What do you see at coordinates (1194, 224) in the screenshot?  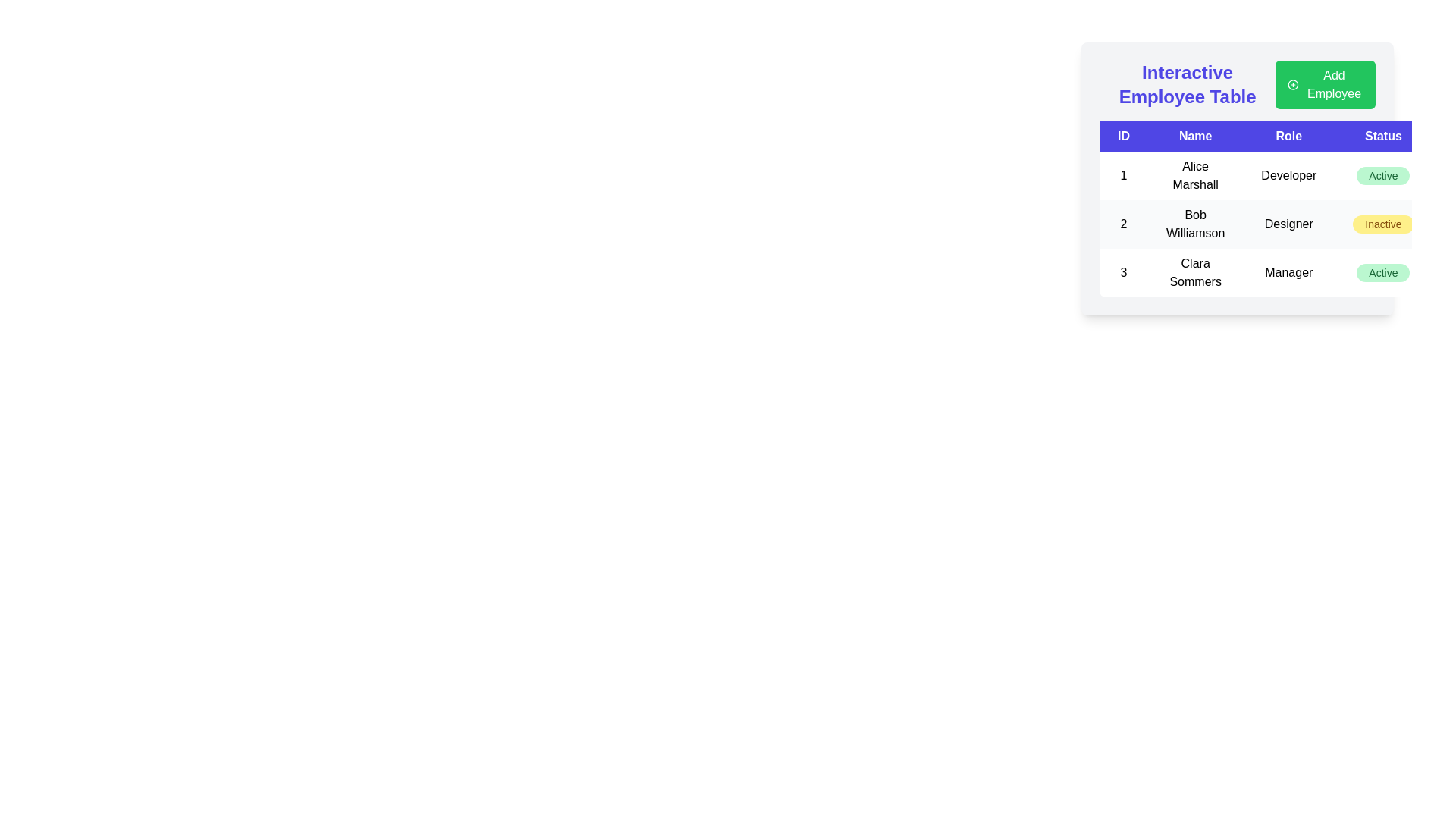 I see `the table cell displaying the name 'Bob Williamson' in the second column of the 'Interactive Employee Table'` at bounding box center [1194, 224].